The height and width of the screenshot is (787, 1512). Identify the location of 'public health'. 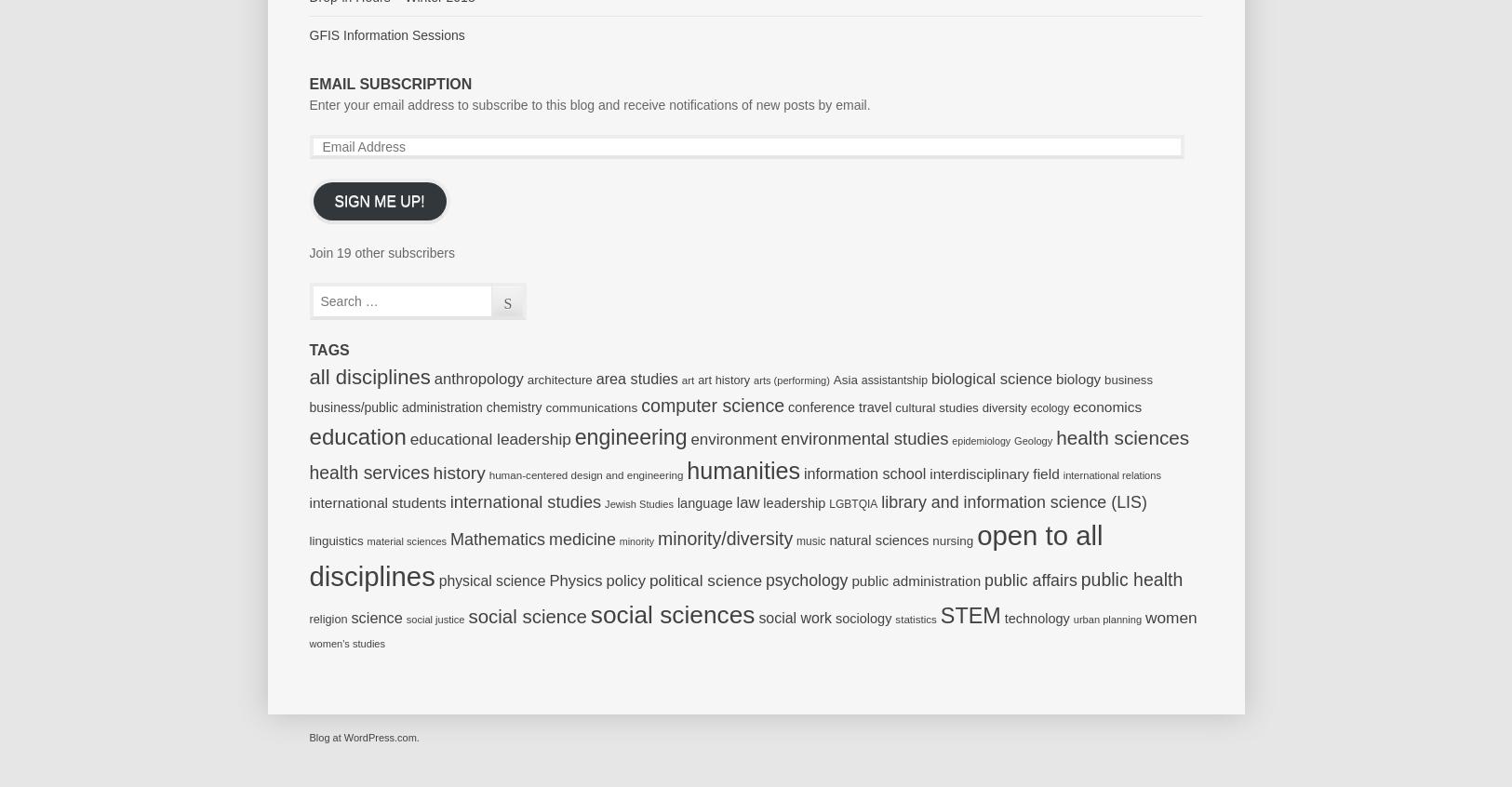
(1131, 577).